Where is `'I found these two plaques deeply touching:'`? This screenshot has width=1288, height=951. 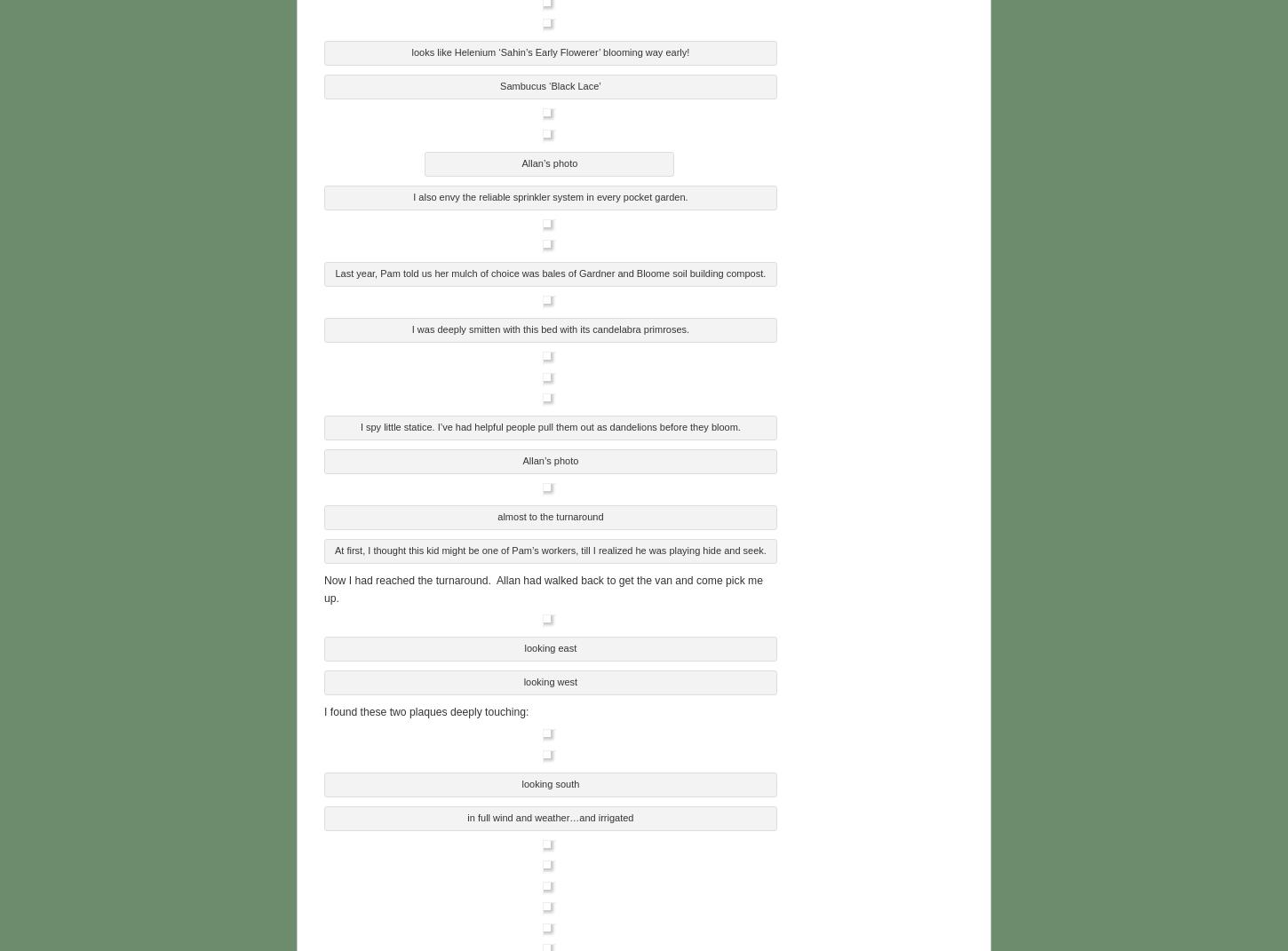
'I found these two plaques deeply touching:' is located at coordinates (425, 709).